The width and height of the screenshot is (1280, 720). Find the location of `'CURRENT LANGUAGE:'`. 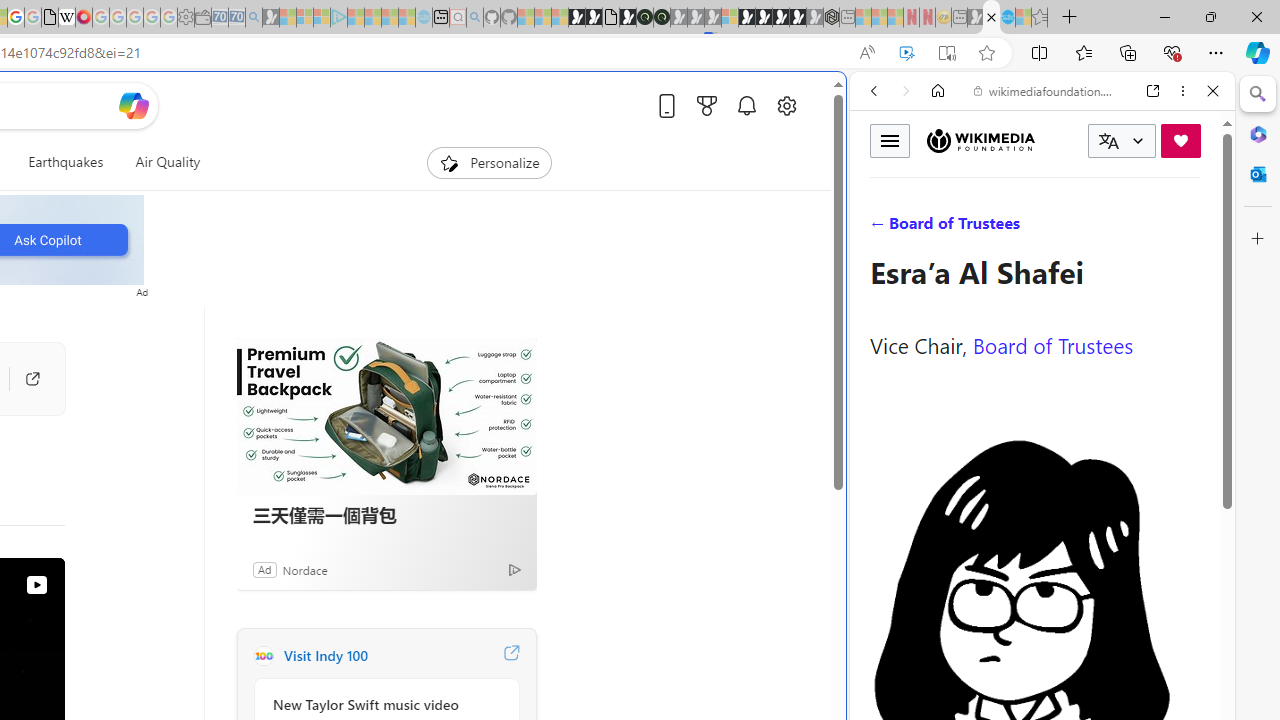

'CURRENT LANGUAGE:' is located at coordinates (1121, 140).